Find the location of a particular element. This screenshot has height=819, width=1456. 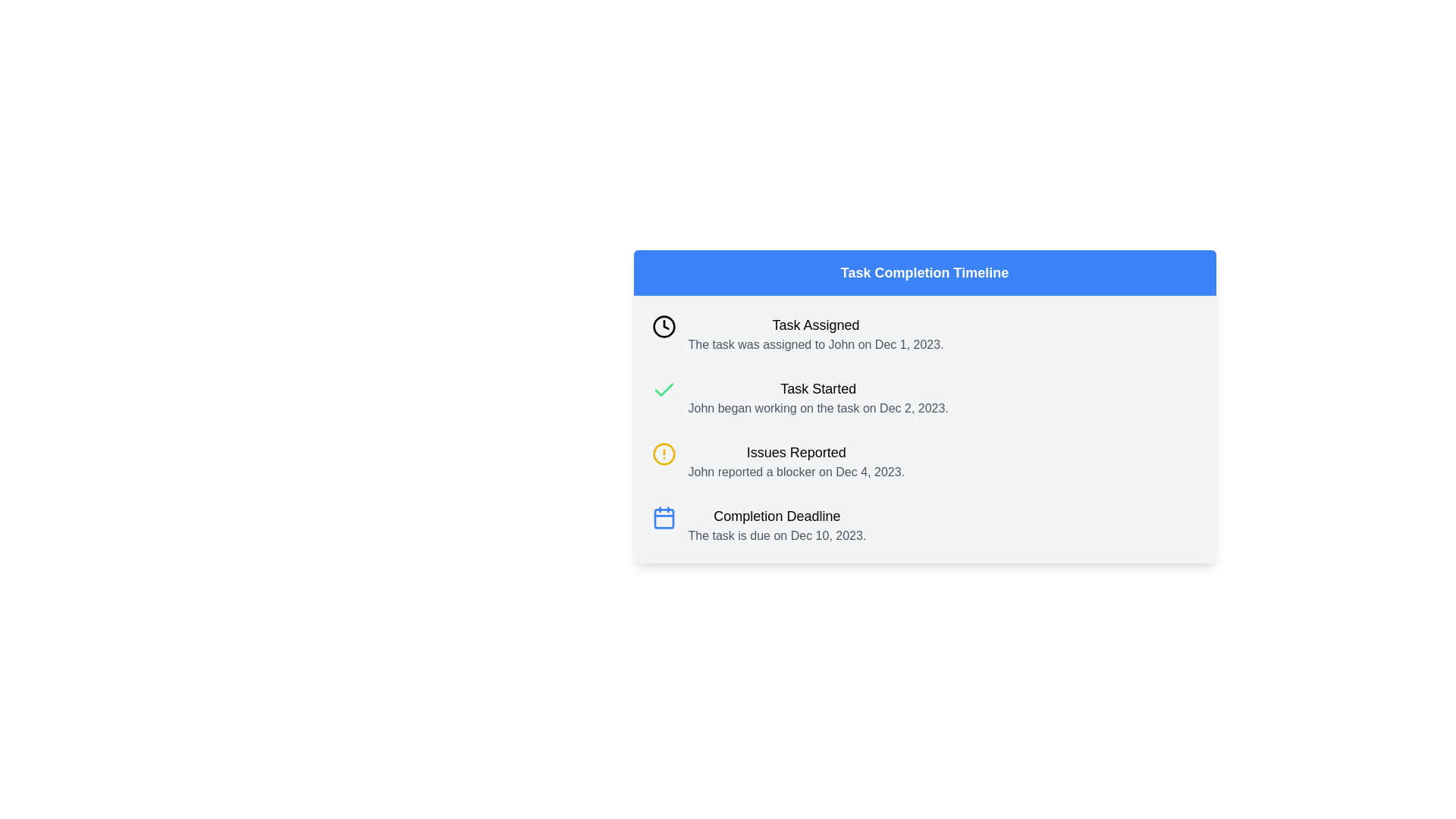

the 'Issues Reported' text label, which is styled with a larger font size and bold weight, located in the timeline layout above the text 'John reported a blocker on Dec 4, 2023.' is located at coordinates (795, 452).